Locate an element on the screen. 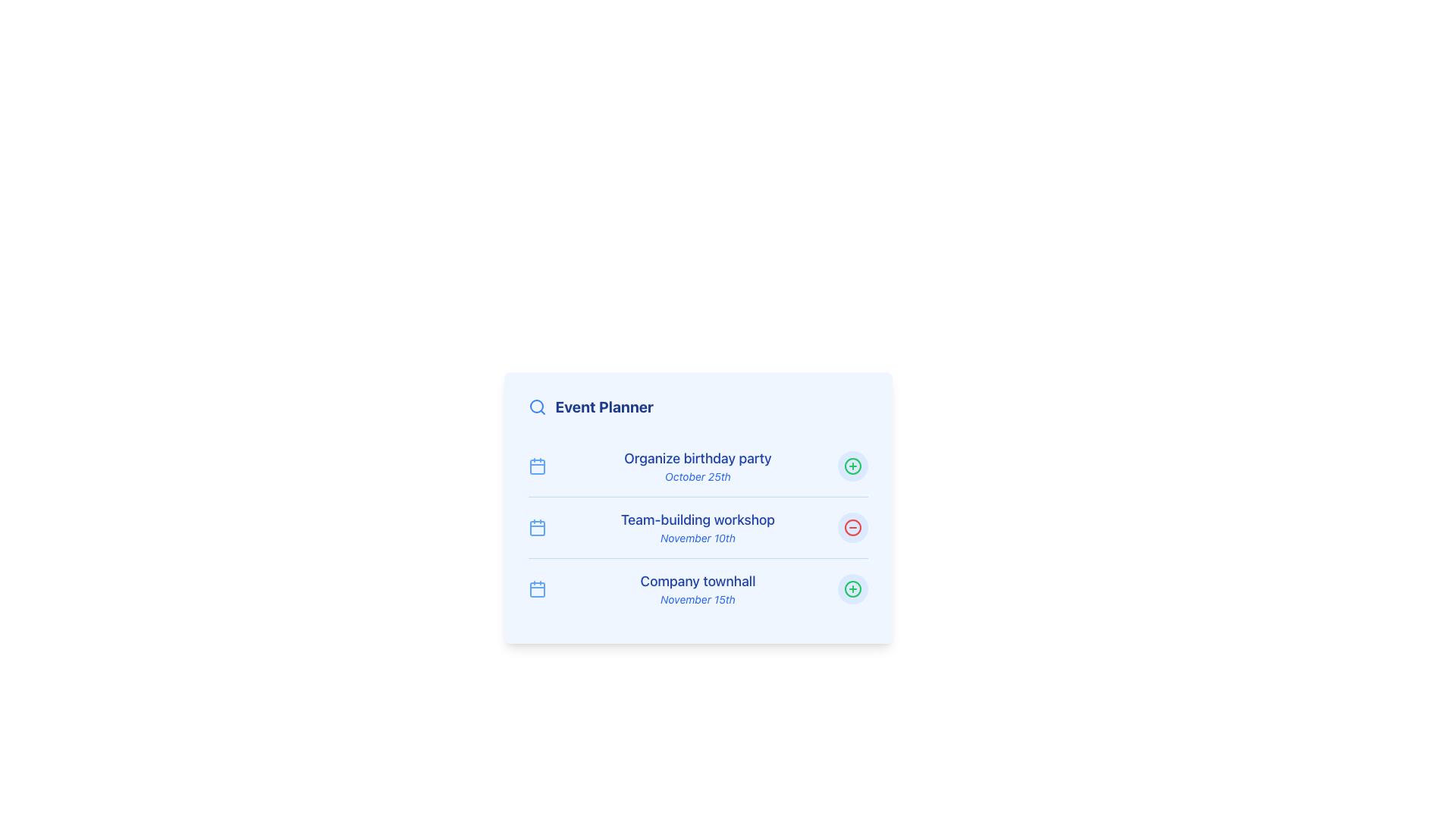 The image size is (1456, 819). the static text label displaying the date for the 'Company townhall' event, located at the bottom of the list item for the event in the event planner interface is located at coordinates (697, 598).